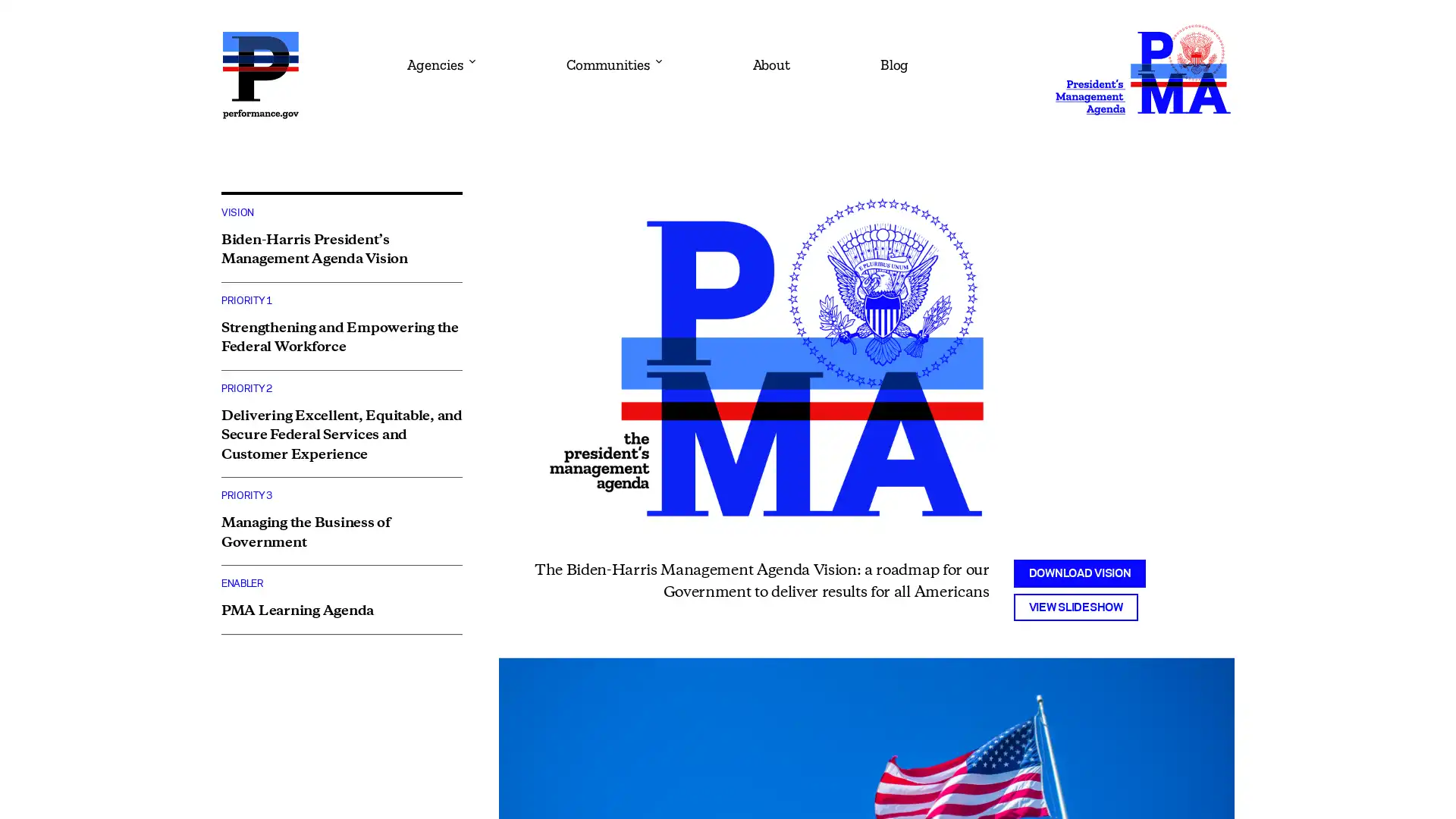  Describe the element at coordinates (439, 59) in the screenshot. I see `Agencies` at that location.